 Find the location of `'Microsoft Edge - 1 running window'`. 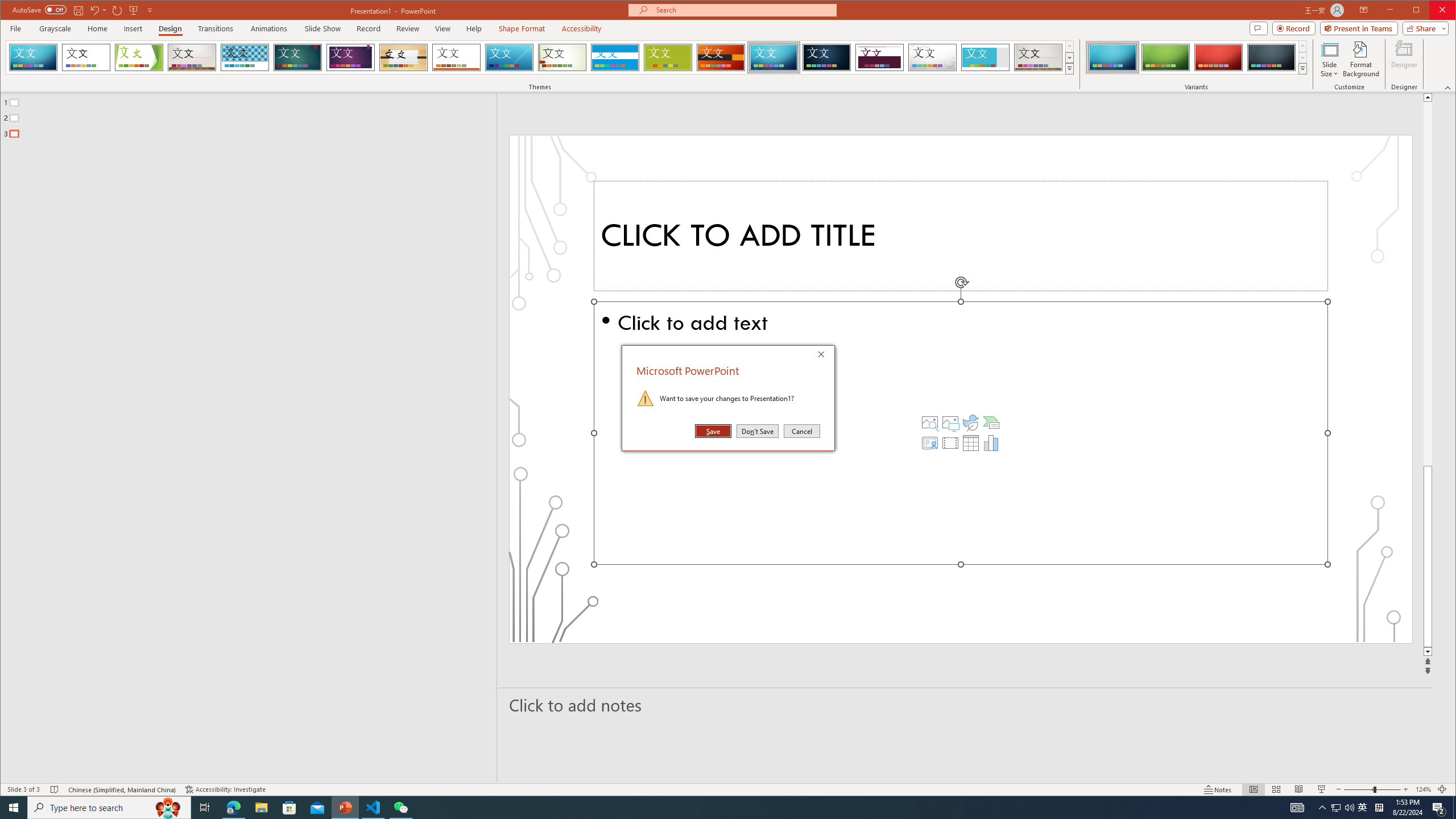

'Microsoft Edge - 1 running window' is located at coordinates (233, 806).